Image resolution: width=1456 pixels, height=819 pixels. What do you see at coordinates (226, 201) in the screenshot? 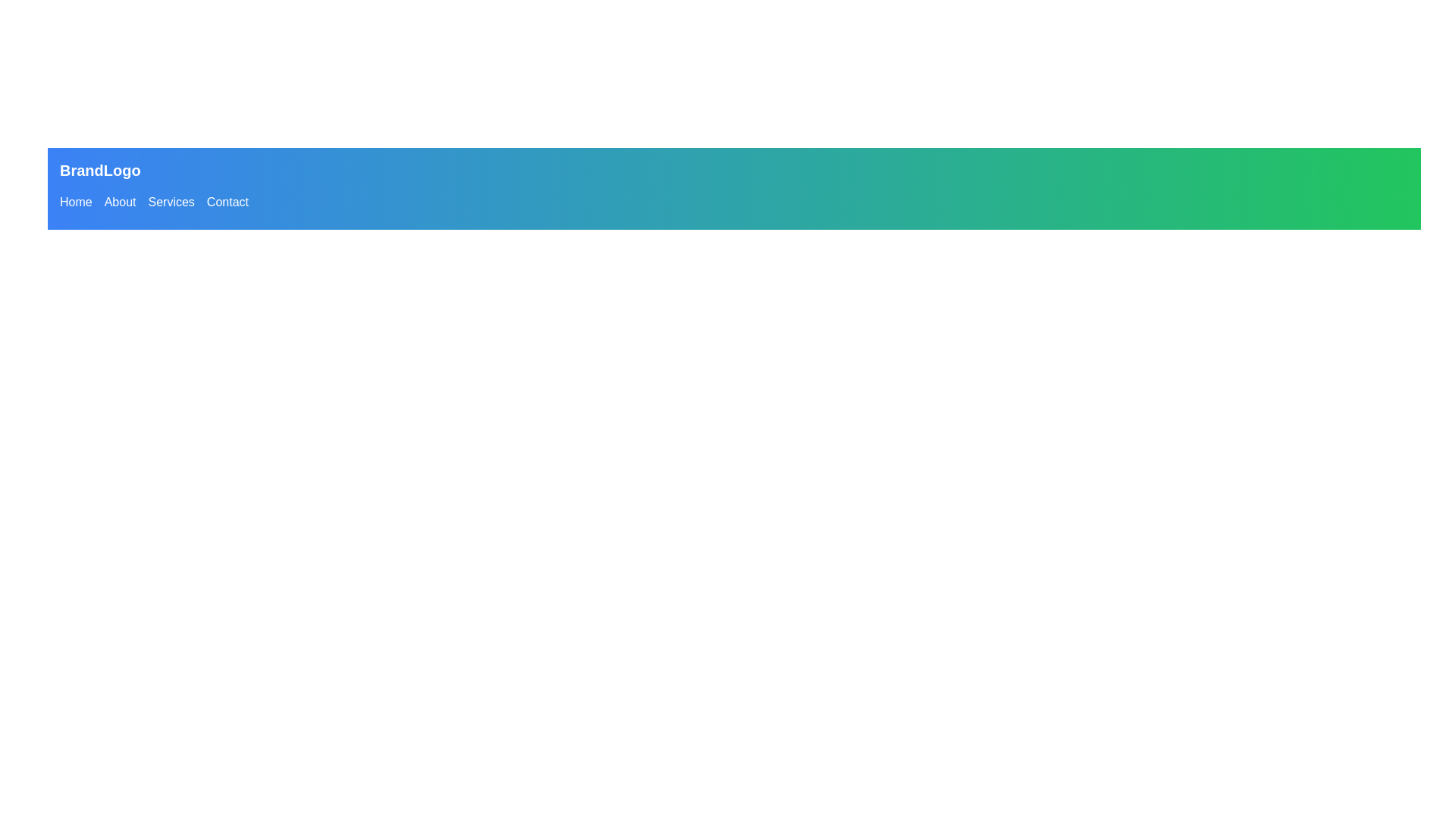
I see `the 'Contact' hyperlink in the horizontal navigation menu` at bounding box center [226, 201].